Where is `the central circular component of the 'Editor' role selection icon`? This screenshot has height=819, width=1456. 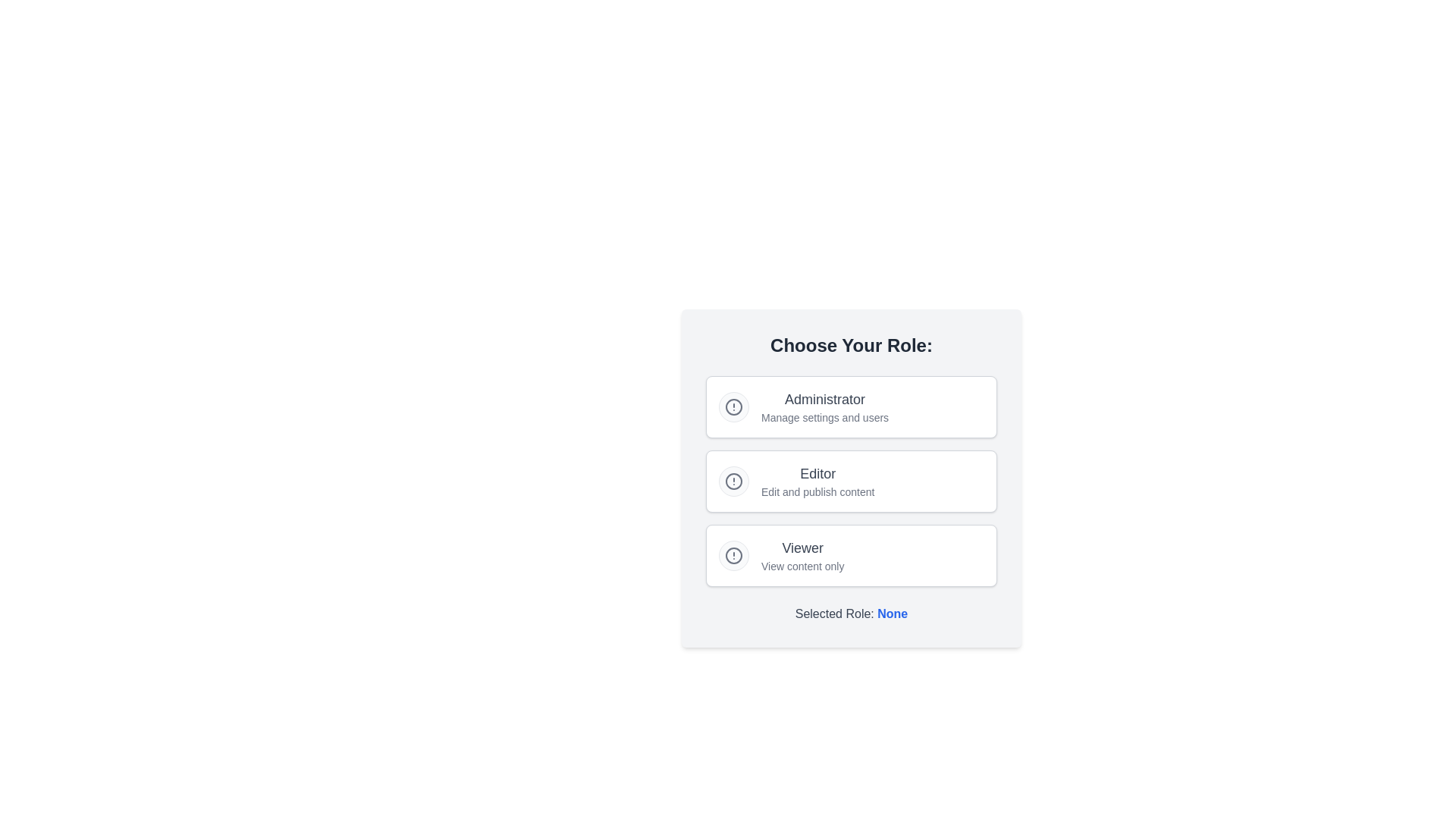
the central circular component of the 'Editor' role selection icon is located at coordinates (734, 482).